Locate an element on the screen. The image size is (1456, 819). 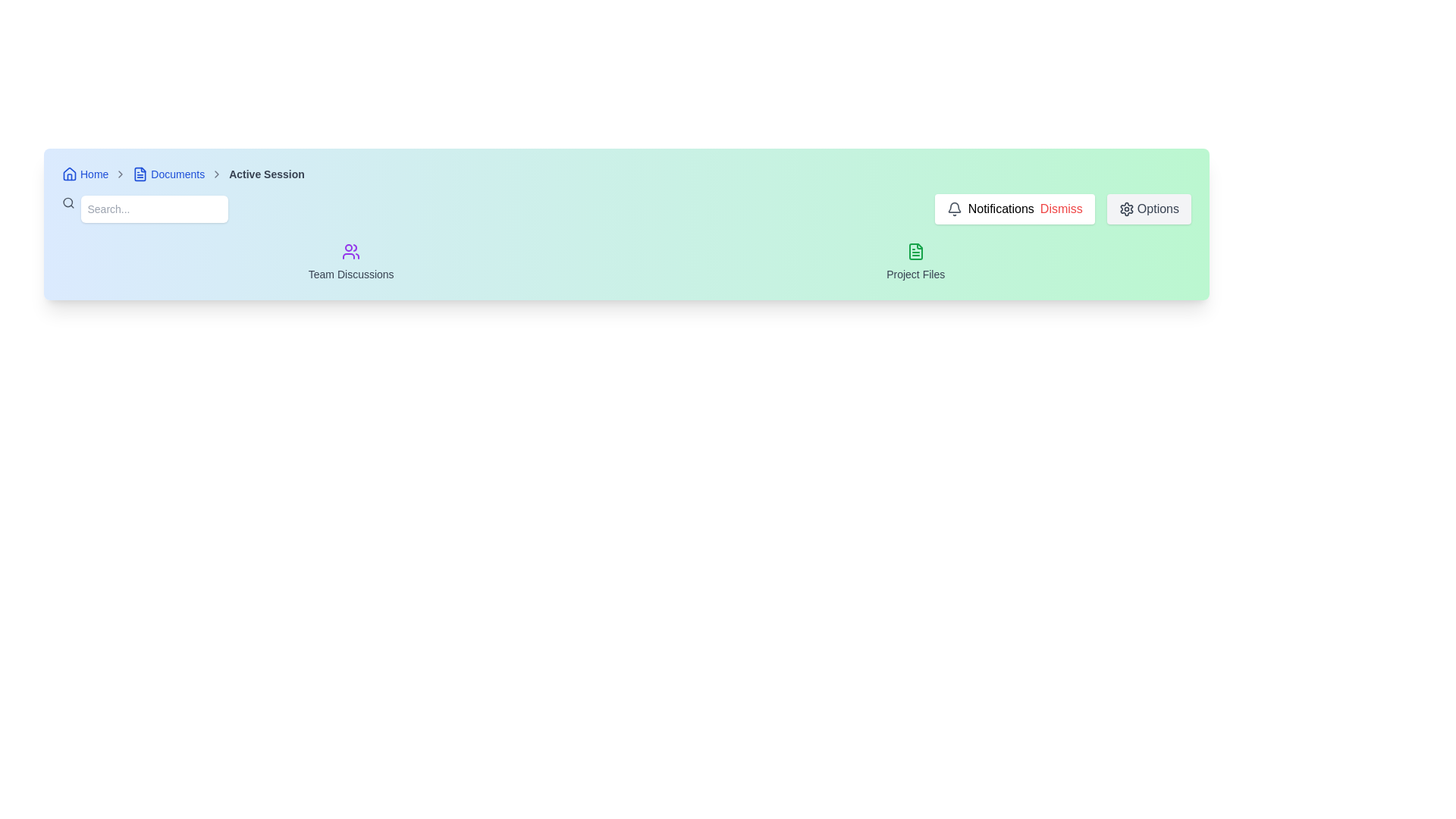
the green document file icon located in the header bar, positioned between the 'Notifications' and 'Options' sections is located at coordinates (915, 250).